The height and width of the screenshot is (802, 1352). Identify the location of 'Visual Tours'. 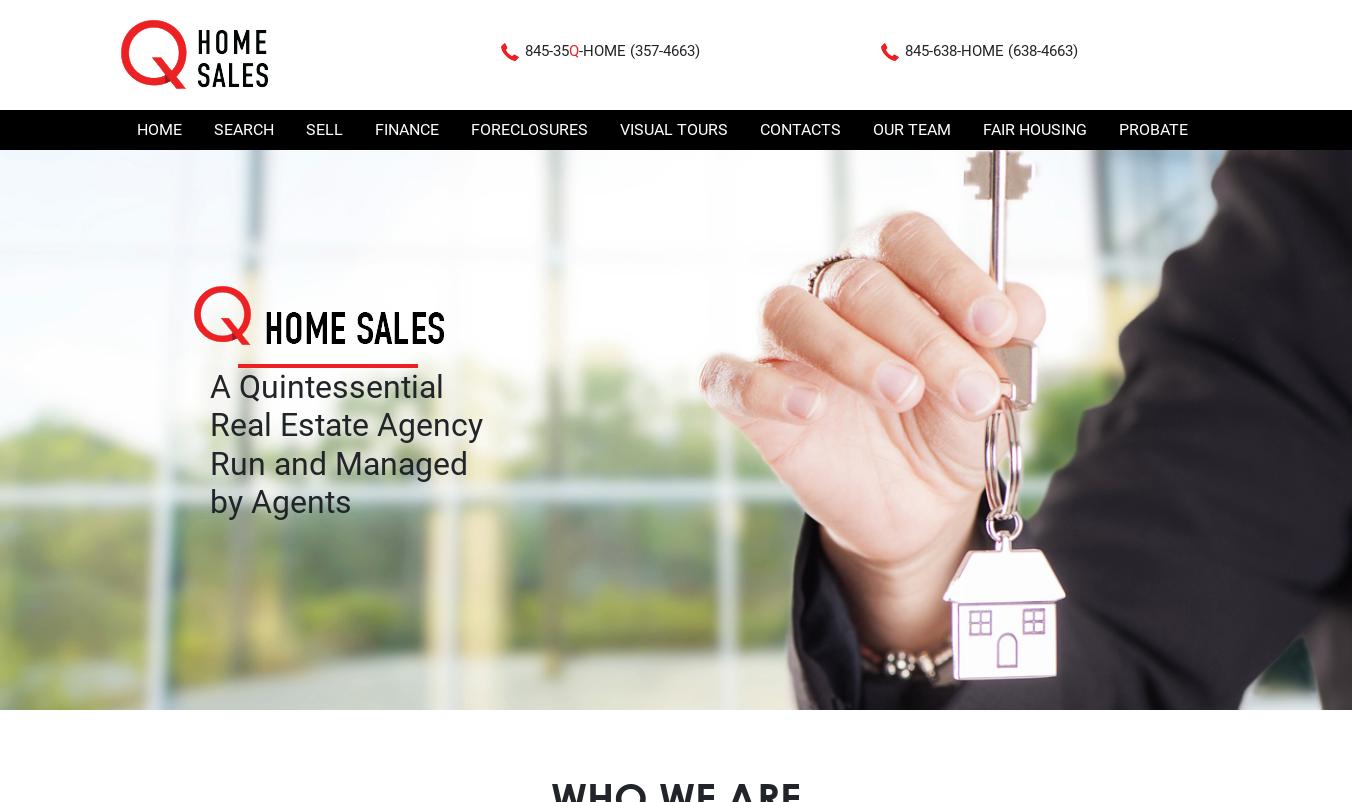
(620, 128).